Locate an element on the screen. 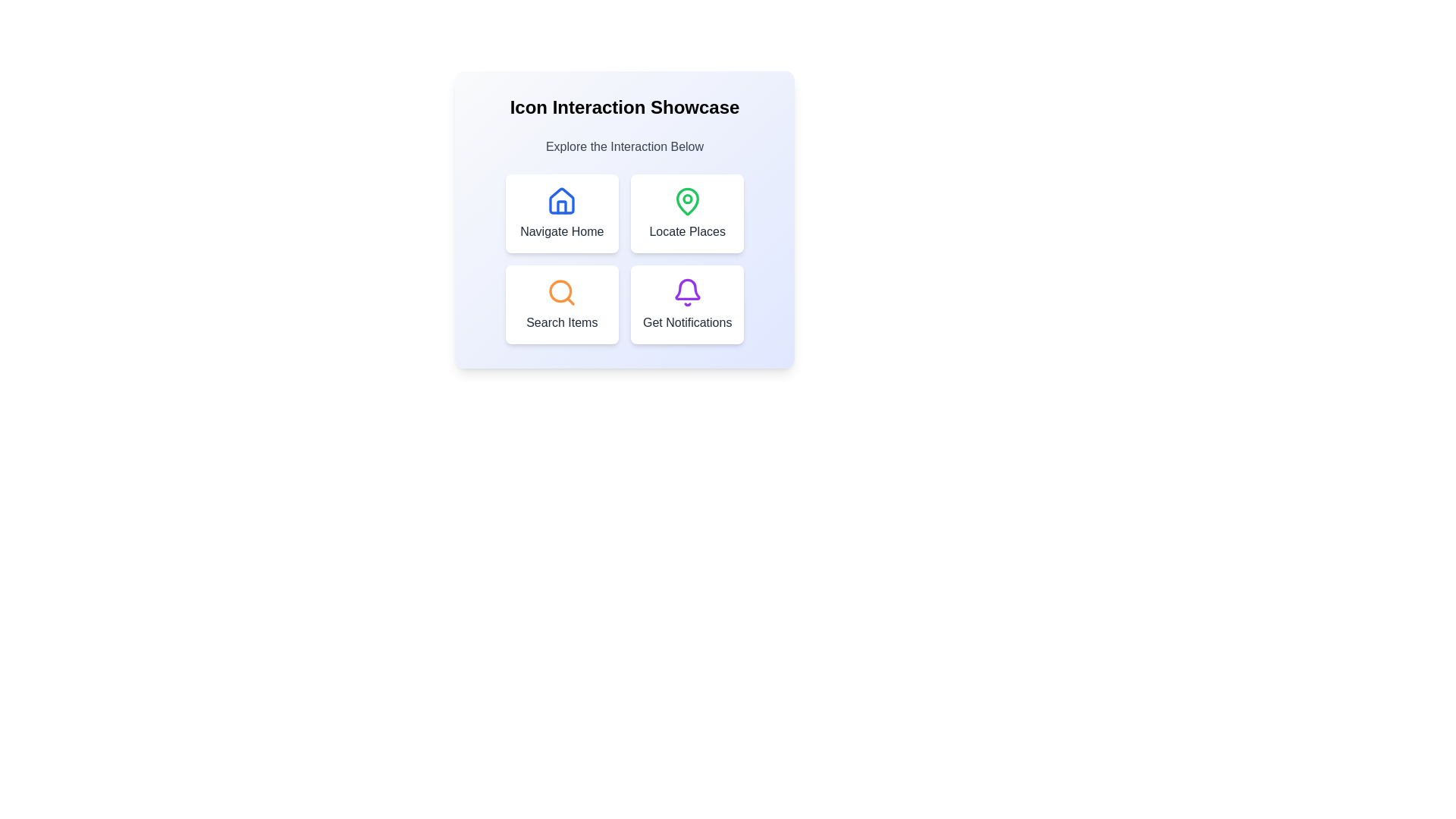  the blue house icon within the 'Navigate Home' card, which features a clean line drawing and is centrally positioned in the top-left card of a grid is located at coordinates (561, 201).